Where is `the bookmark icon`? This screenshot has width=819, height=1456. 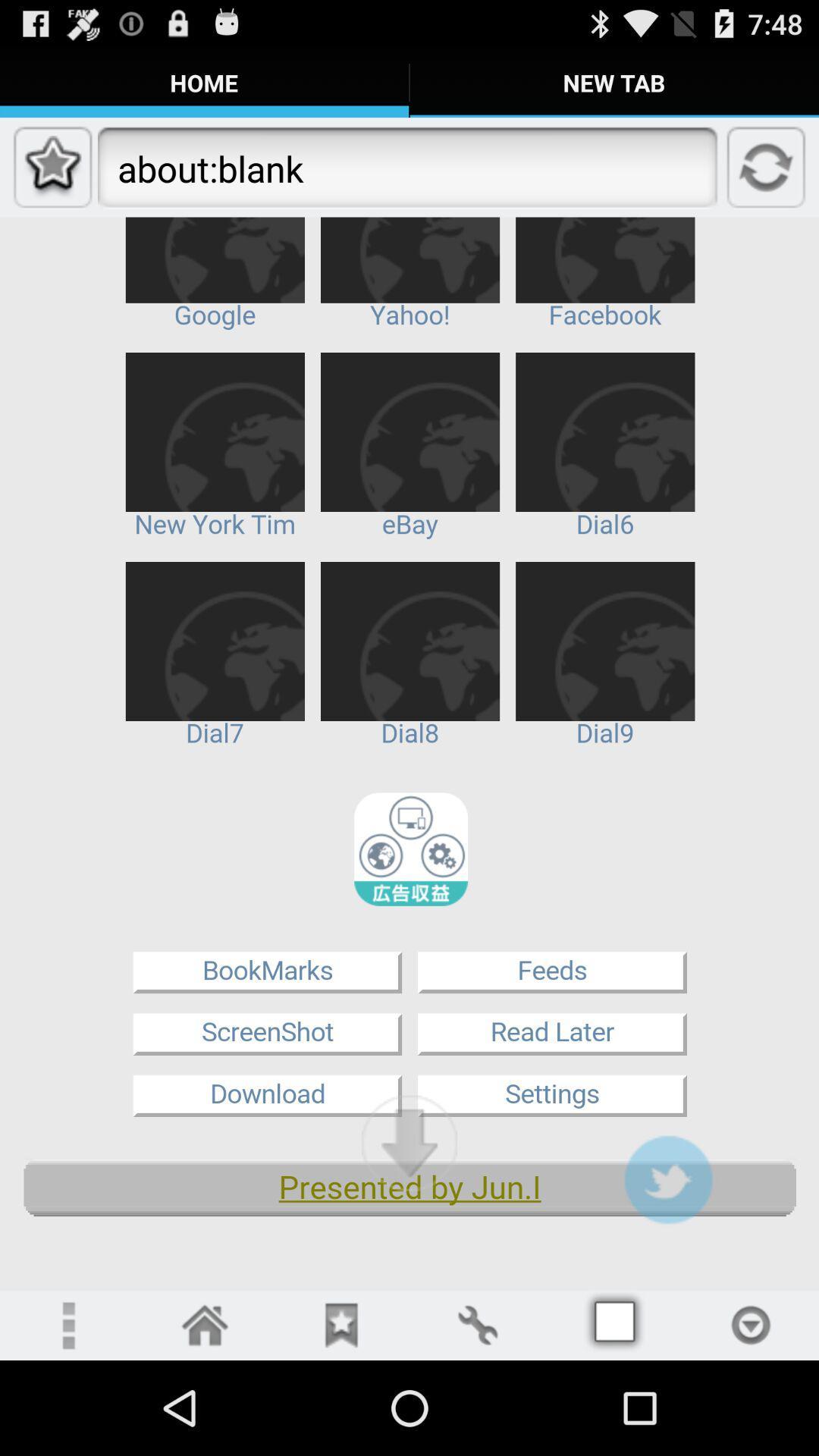 the bookmark icon is located at coordinates (341, 1417).